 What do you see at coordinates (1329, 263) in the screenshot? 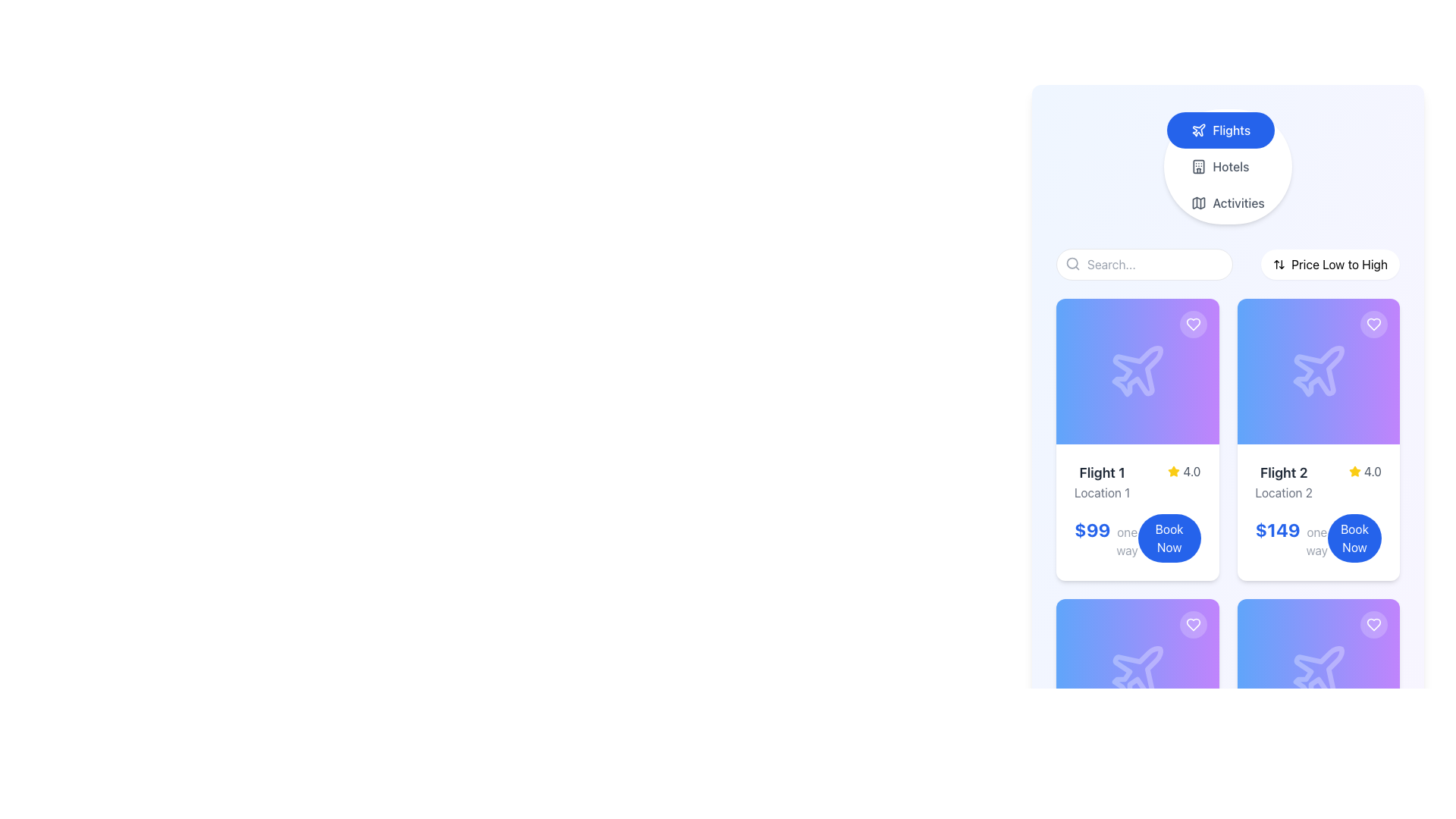
I see `the sort button located in the upper-right section of the interface, adjacent to the search bar` at bounding box center [1329, 263].